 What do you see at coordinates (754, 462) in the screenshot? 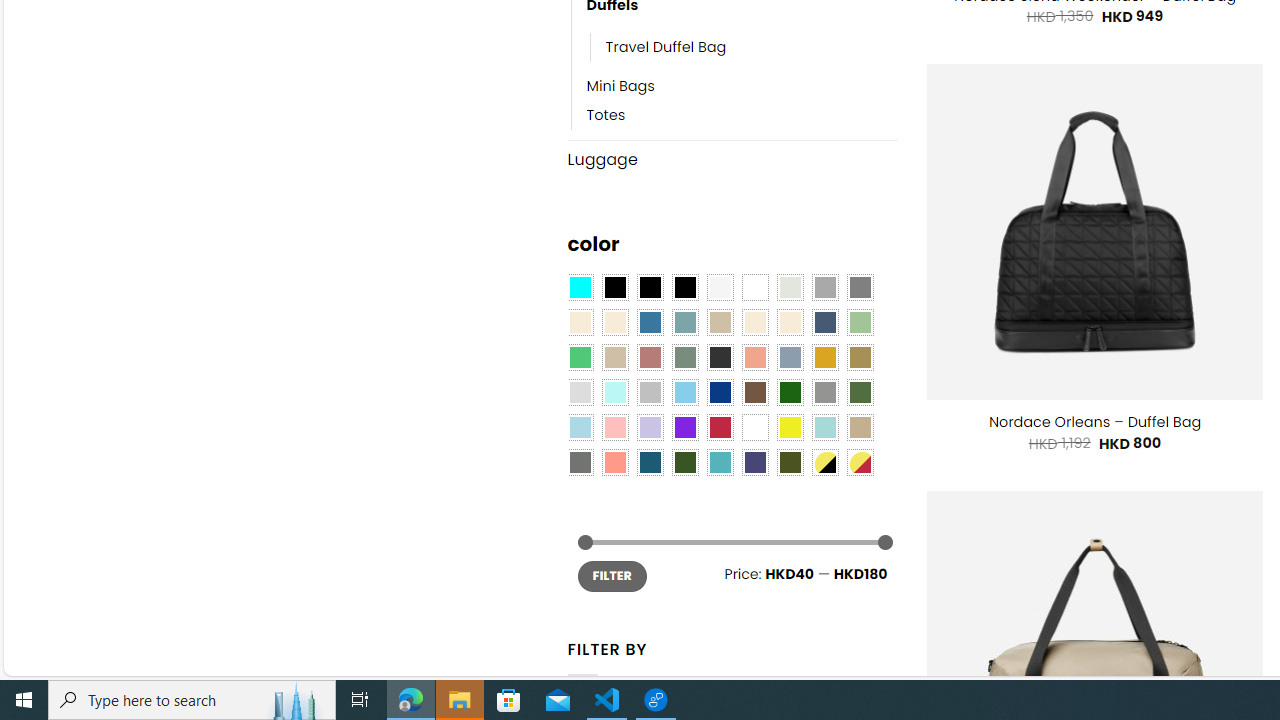
I see `'Purple Navy'` at bounding box center [754, 462].